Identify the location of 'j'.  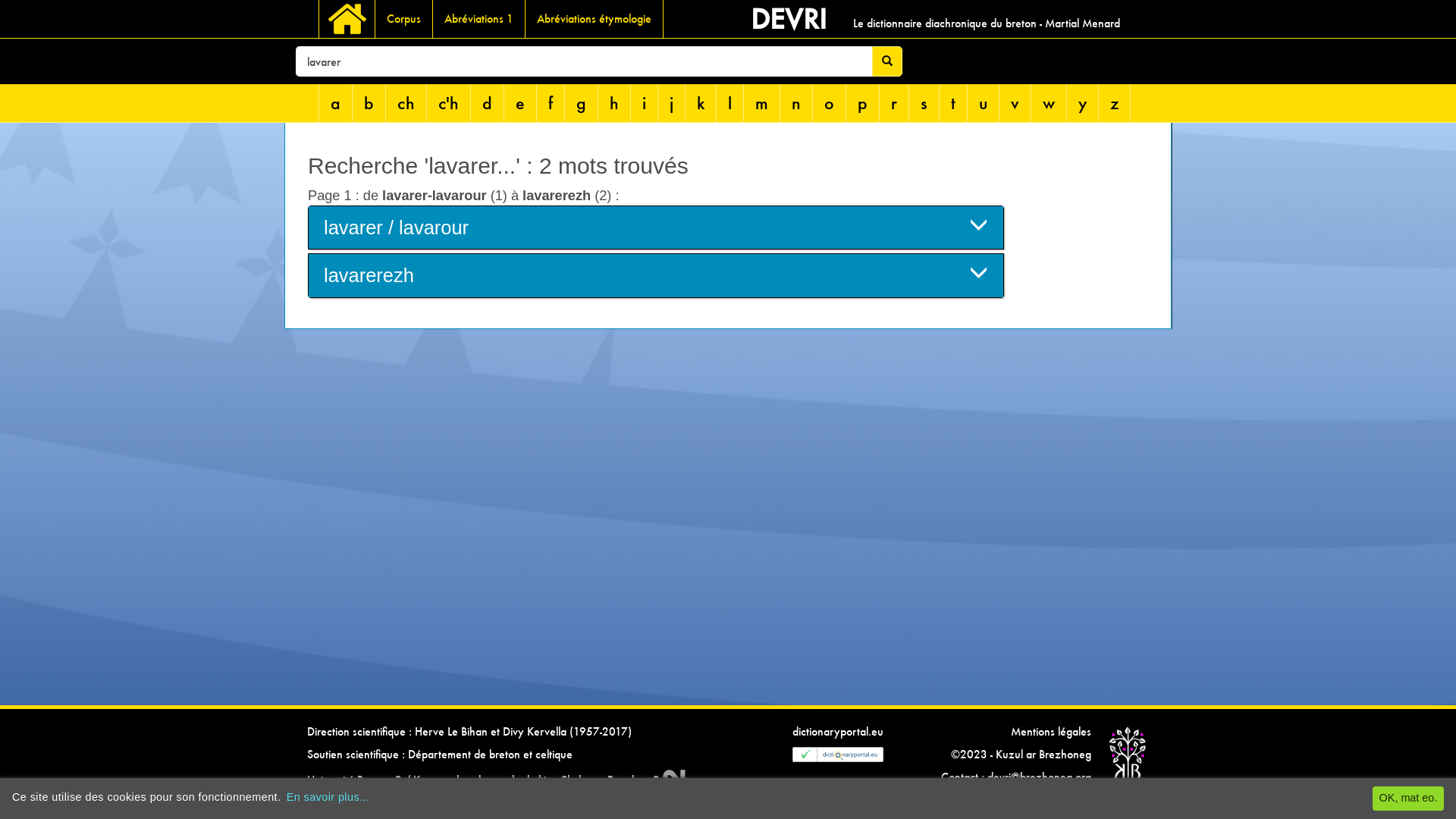
(671, 102).